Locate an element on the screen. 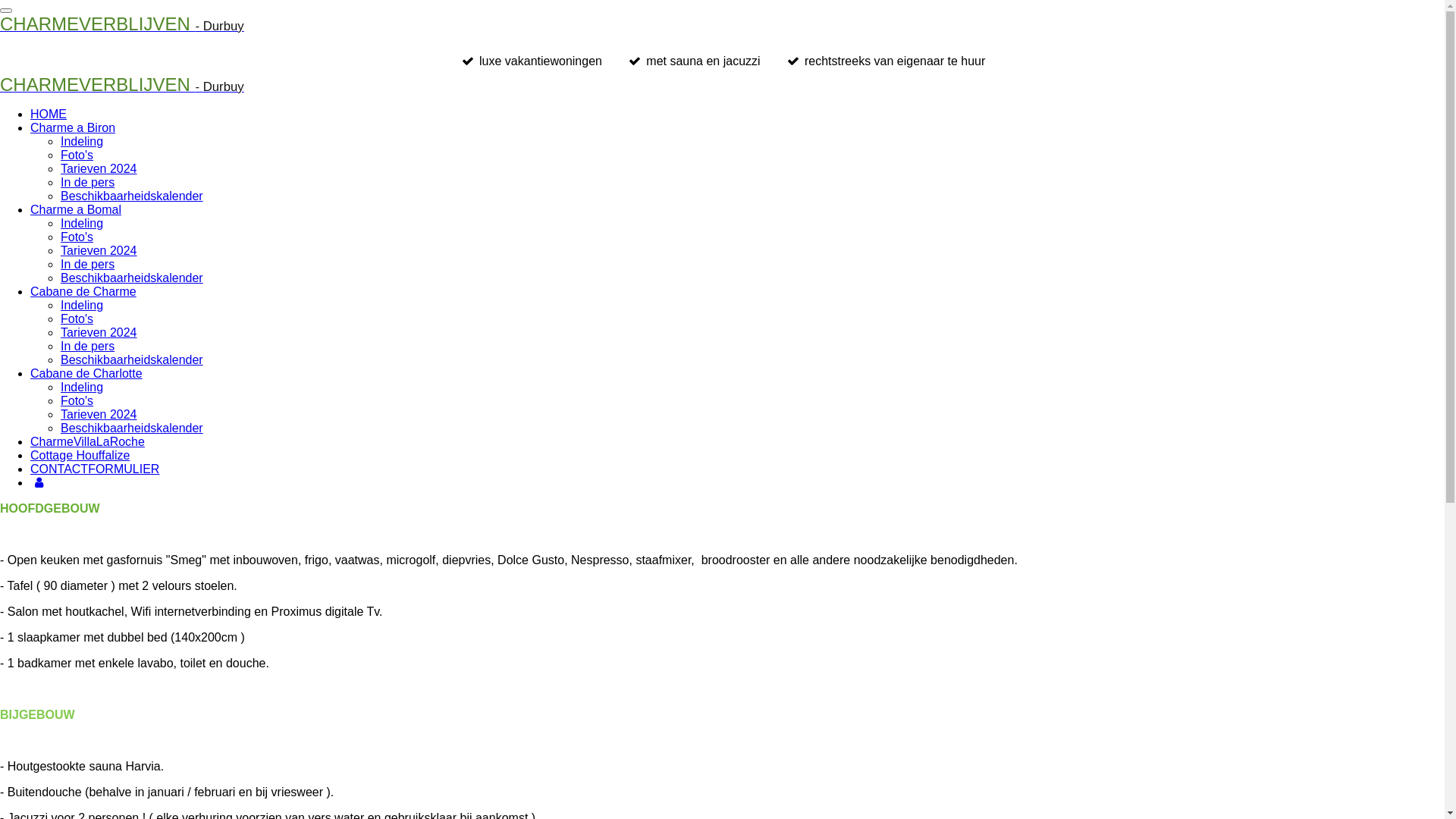 This screenshot has width=1456, height=819. 'Tarieven 2024' is located at coordinates (61, 414).